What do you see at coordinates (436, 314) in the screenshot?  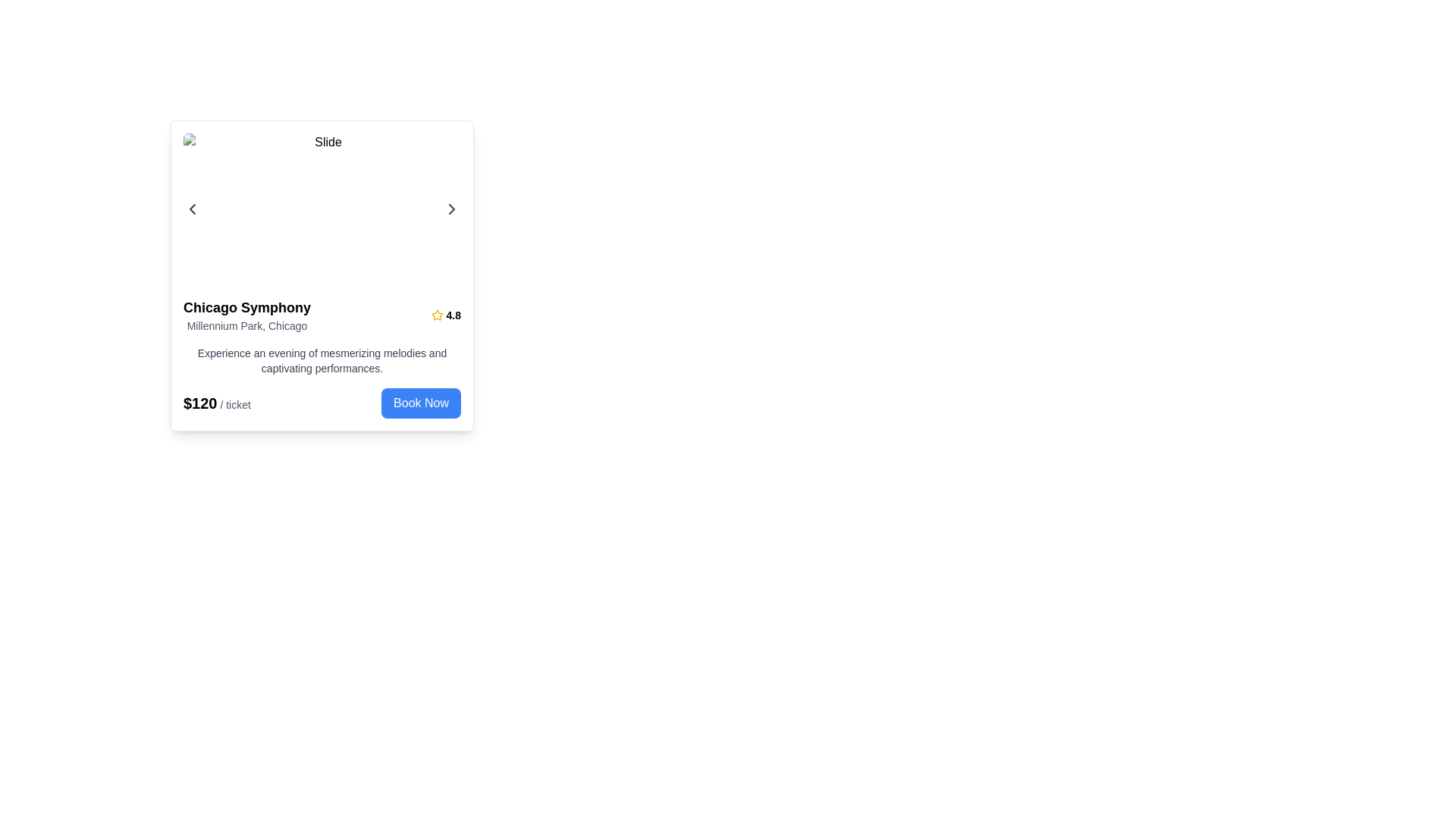 I see `the star icon that visually signifies the user rating, located to the right of the numeric rating text` at bounding box center [436, 314].